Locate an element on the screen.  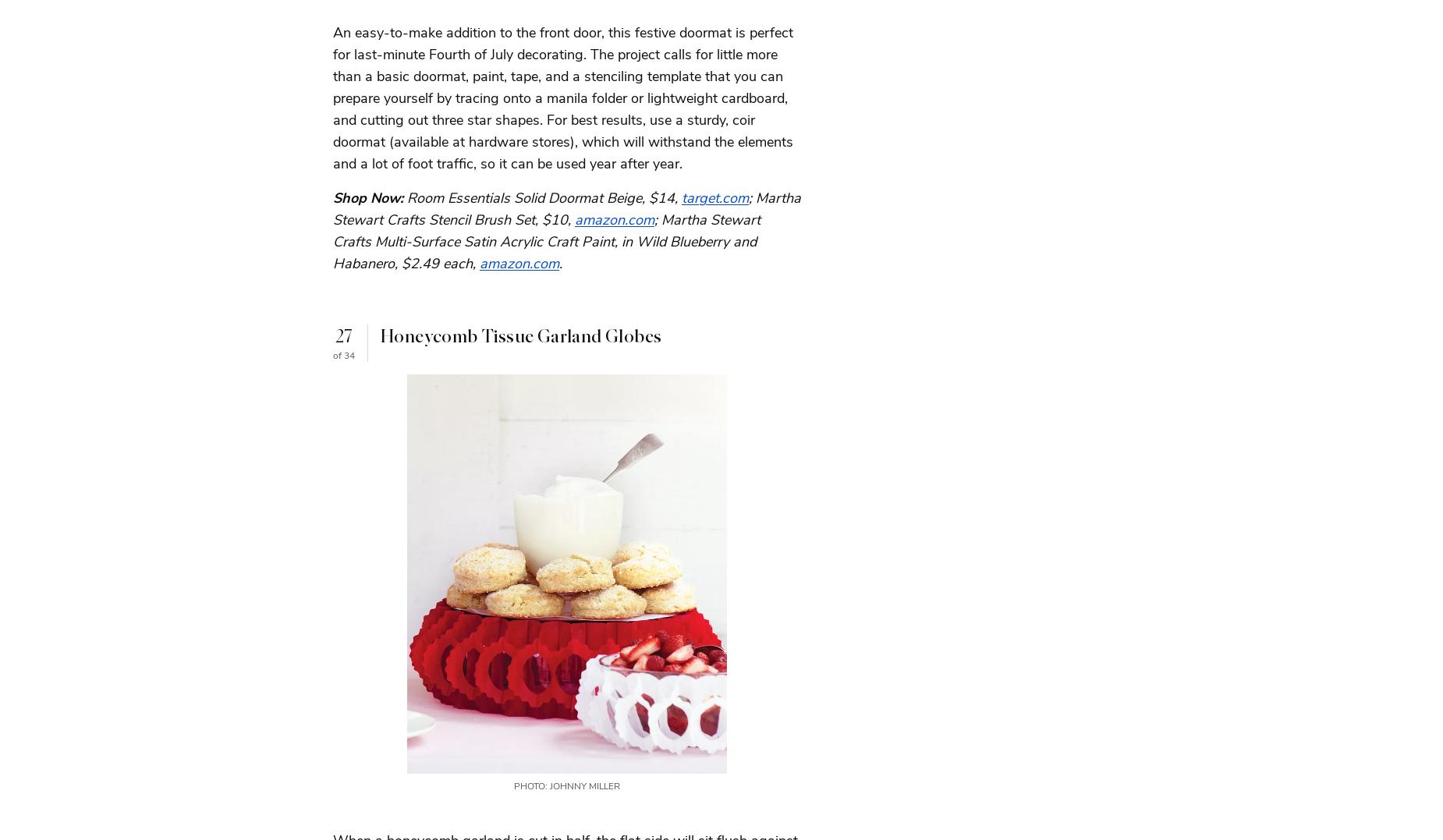
'; Martha Stewart Crafts Multi-Surface Satin Acrylic Craft Paint, in Wild Blueberry and Habanero, $2.49 each,' is located at coordinates (546, 240).